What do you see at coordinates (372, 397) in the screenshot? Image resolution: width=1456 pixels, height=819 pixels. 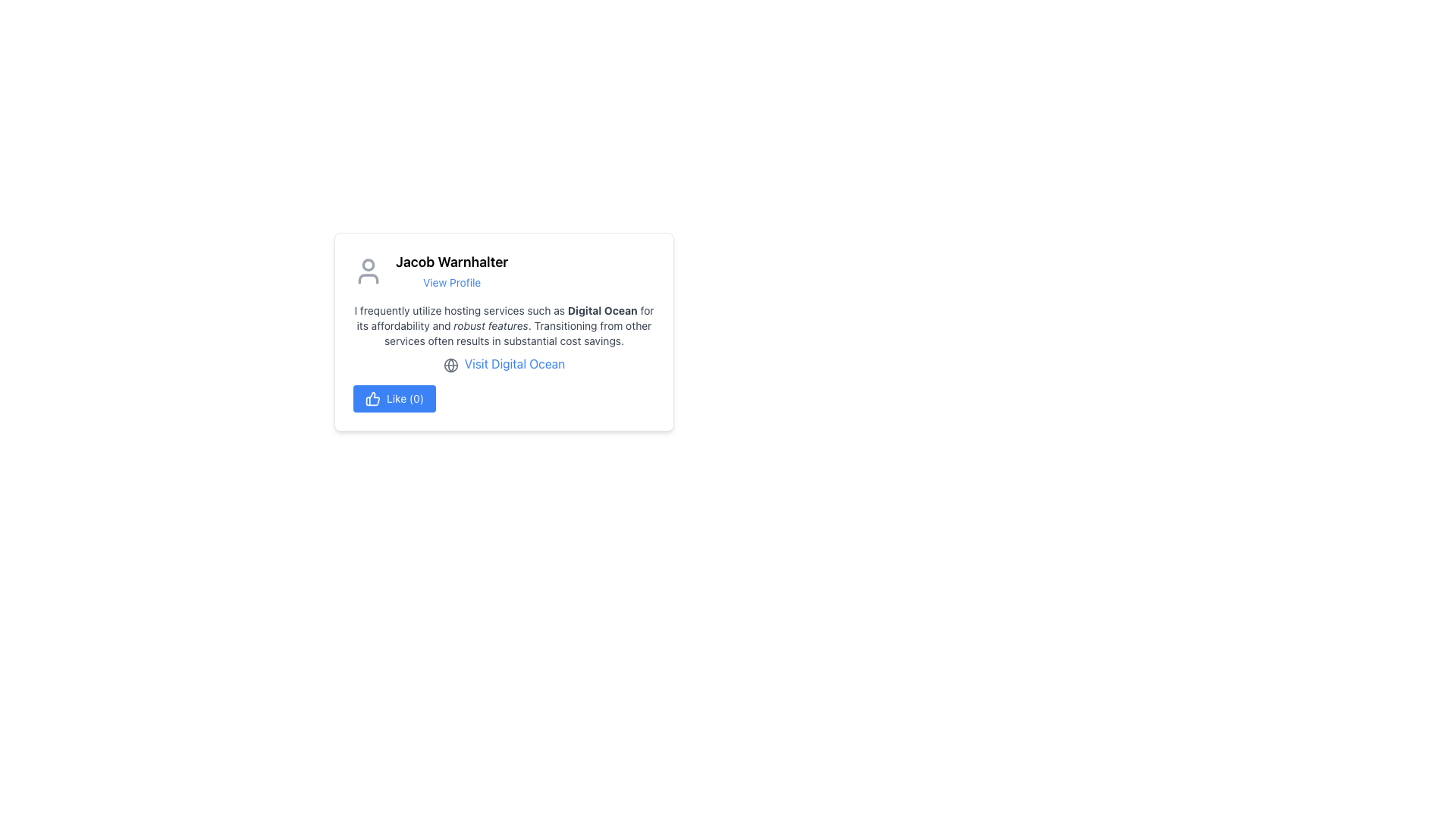 I see `the light blue thumbs-up graphical icon located in the bottom-left section of the profile card under the text 'Like (0)'` at bounding box center [372, 397].